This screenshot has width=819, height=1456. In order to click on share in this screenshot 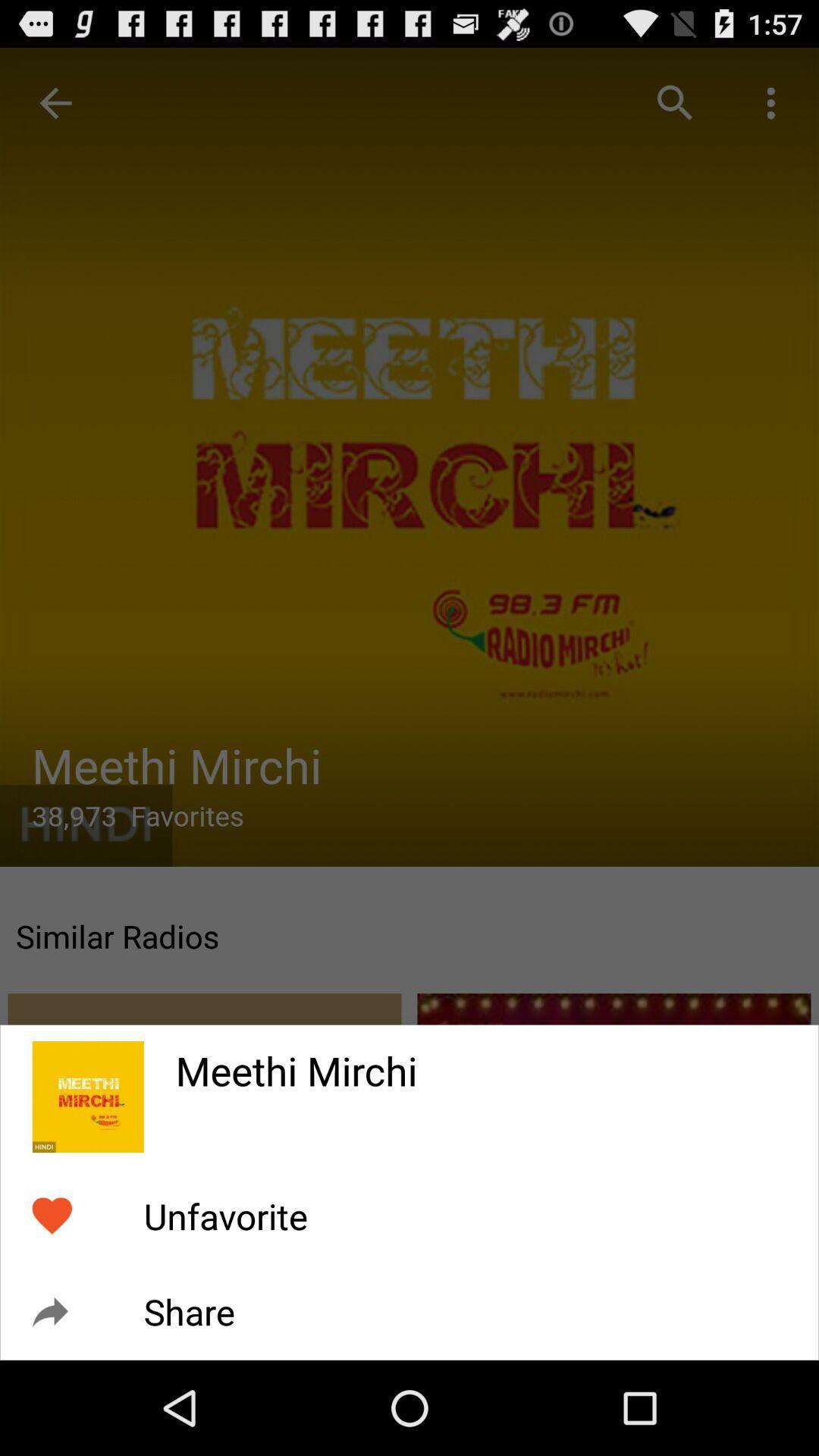, I will do `click(188, 1311)`.